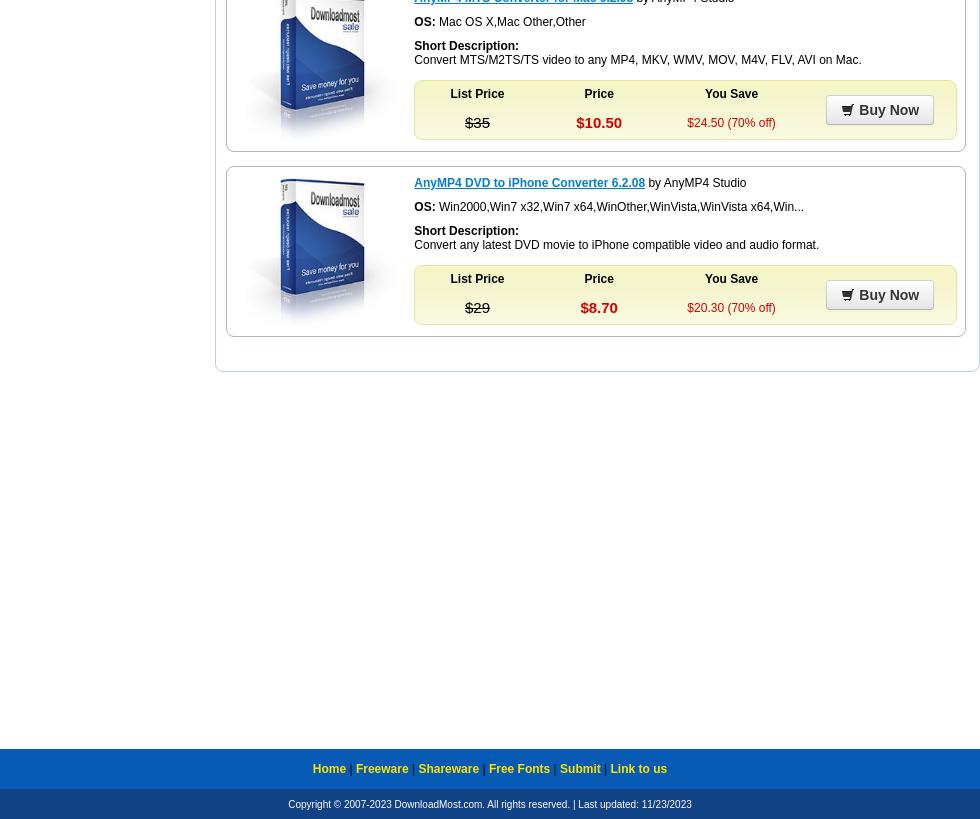 The height and width of the screenshot is (819, 980). What do you see at coordinates (598, 307) in the screenshot?
I see `'$8.70'` at bounding box center [598, 307].